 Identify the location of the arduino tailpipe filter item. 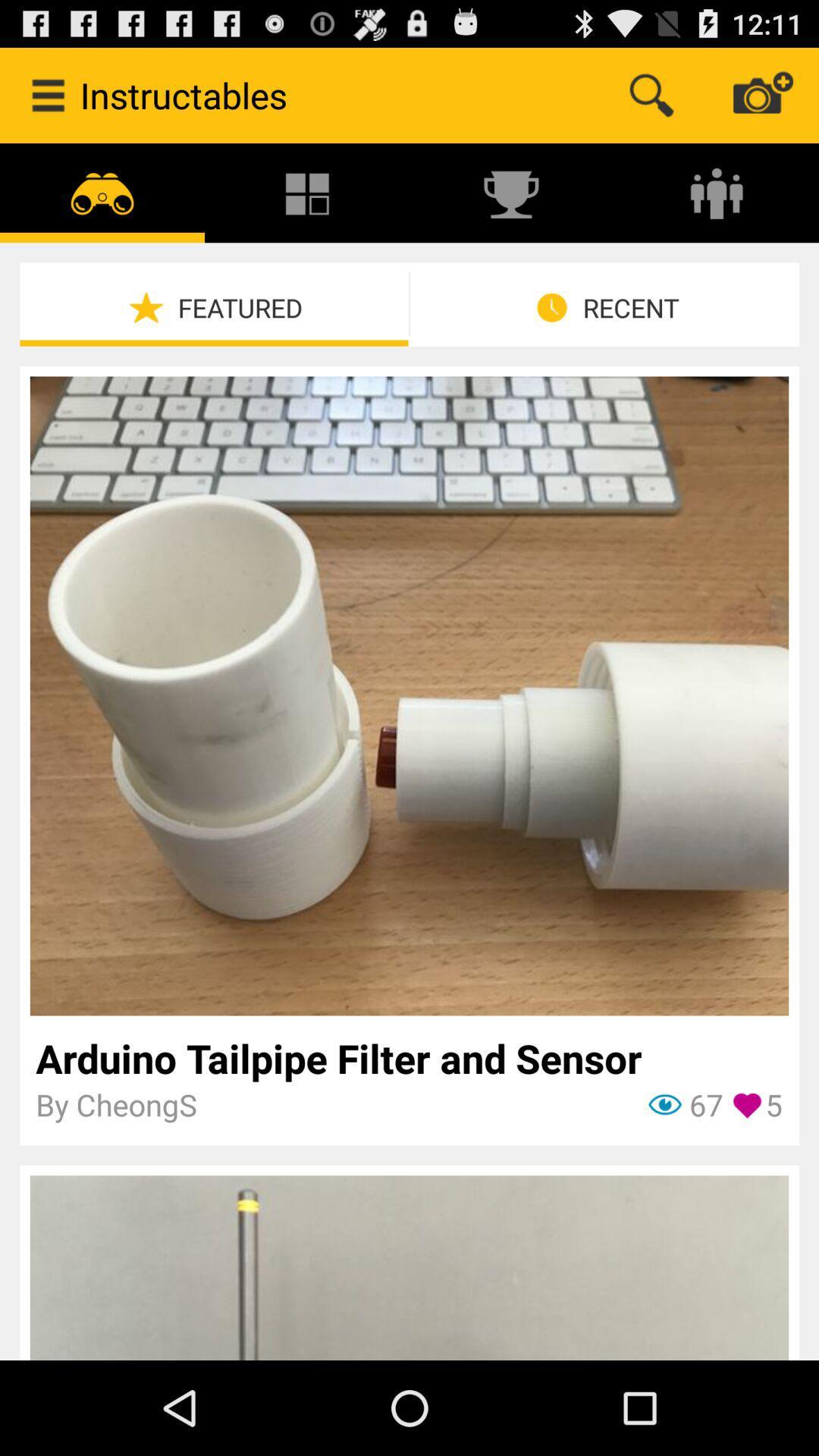
(408, 1057).